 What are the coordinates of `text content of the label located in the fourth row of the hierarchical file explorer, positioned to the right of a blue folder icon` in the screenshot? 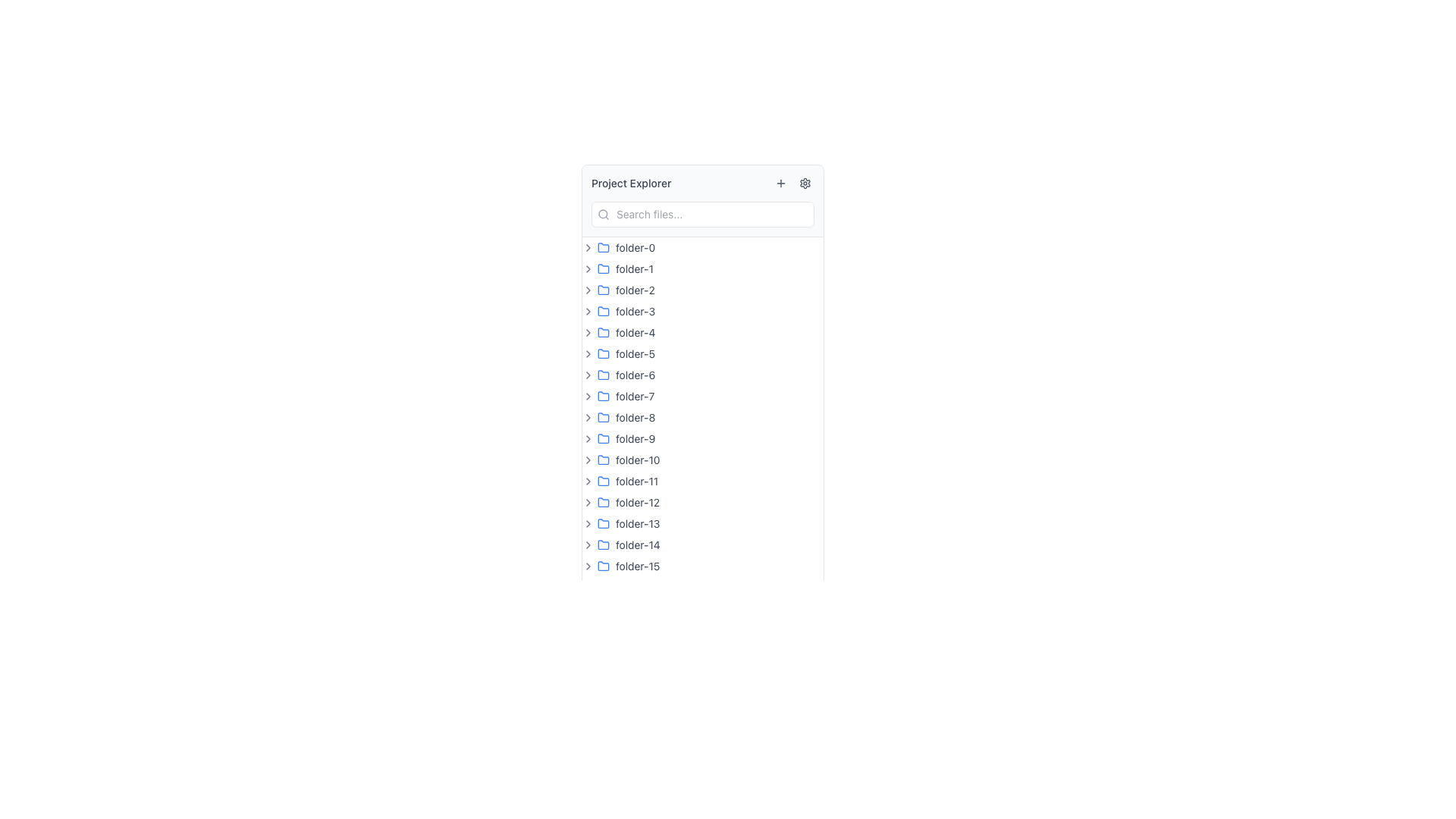 It's located at (635, 311).